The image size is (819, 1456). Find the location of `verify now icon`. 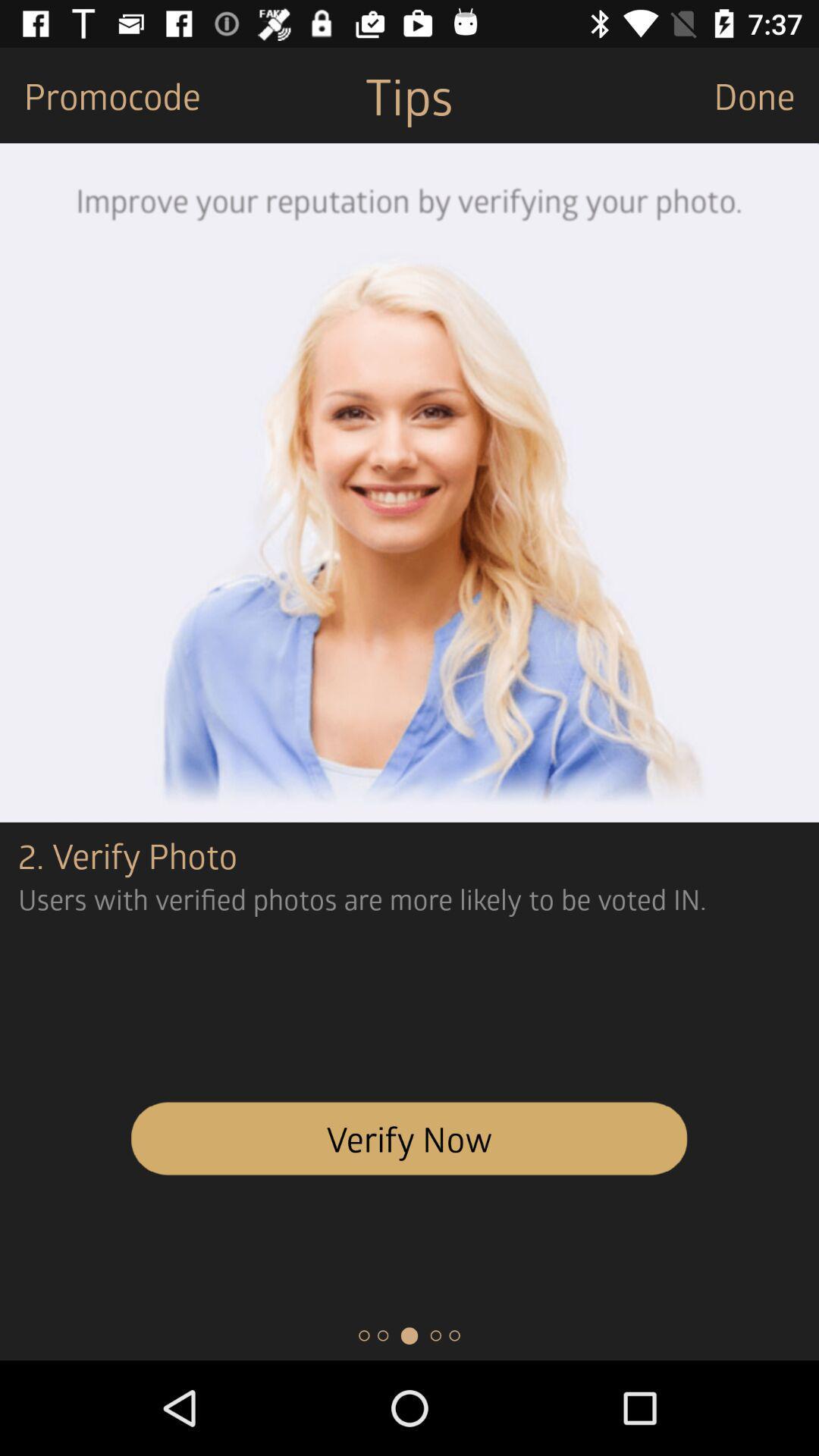

verify now icon is located at coordinates (409, 1138).